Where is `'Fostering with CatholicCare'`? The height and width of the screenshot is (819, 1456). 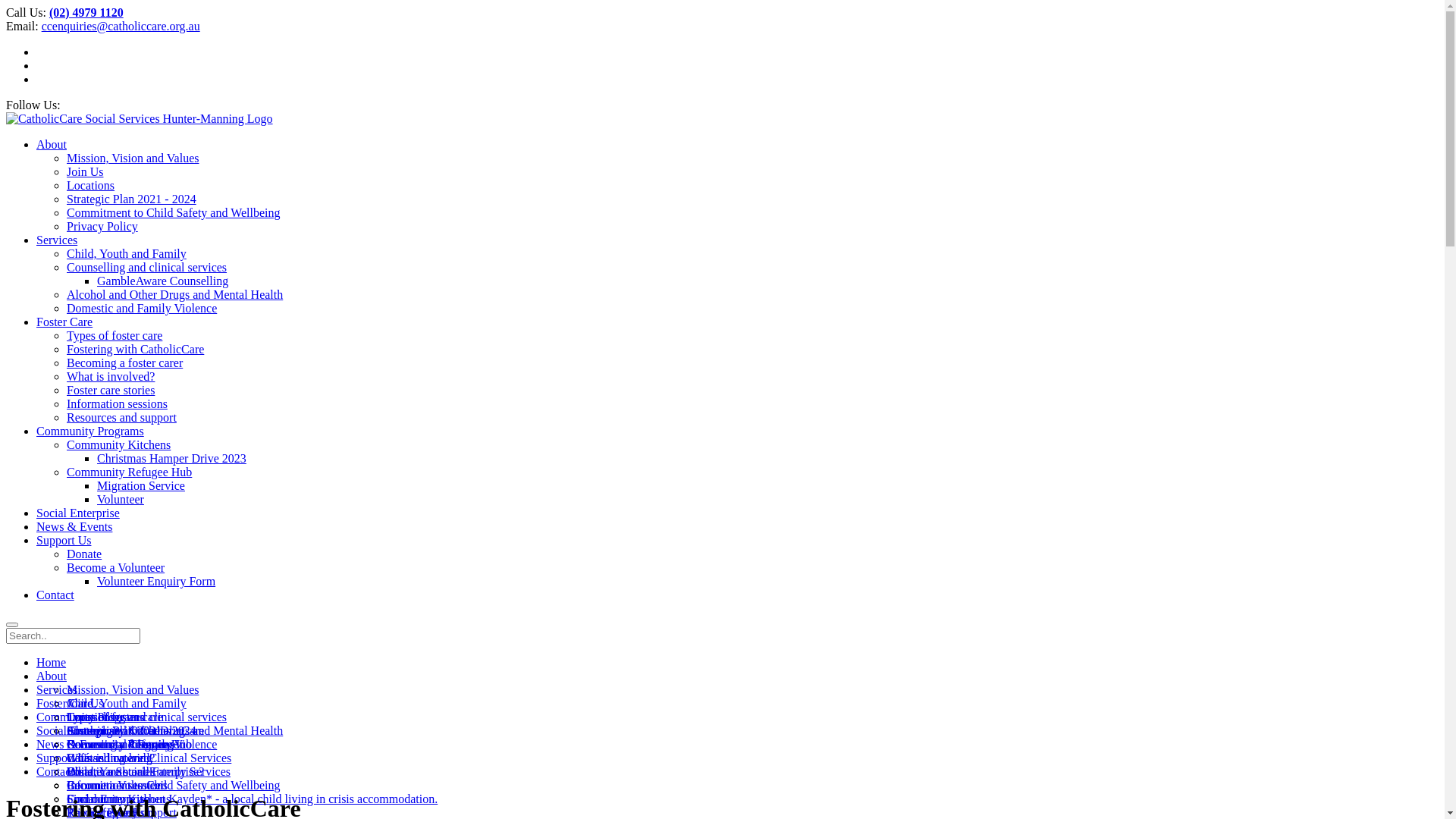
'Fostering with CatholicCare' is located at coordinates (135, 349).